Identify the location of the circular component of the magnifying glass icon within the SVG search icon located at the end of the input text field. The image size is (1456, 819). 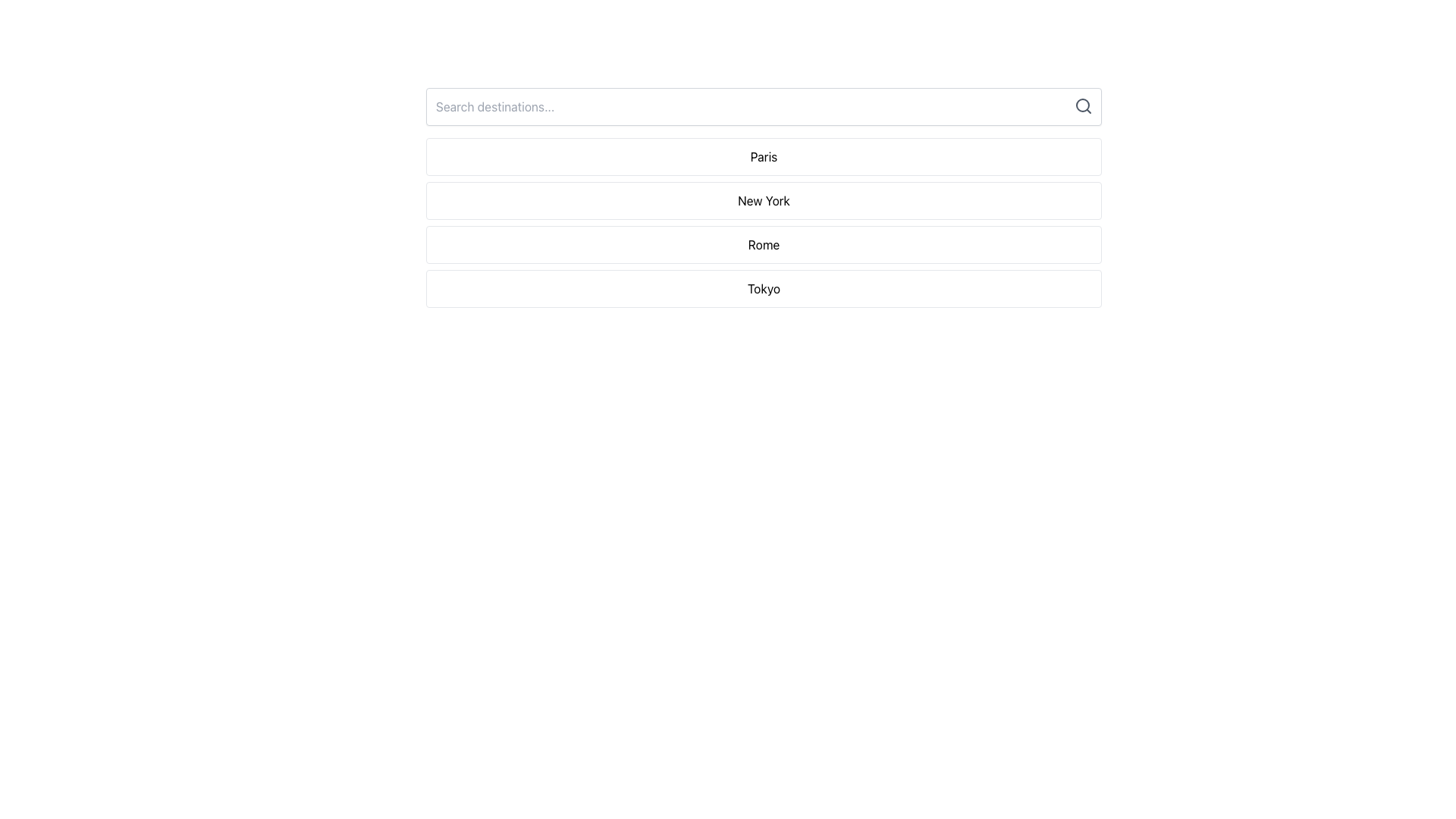
(1082, 104).